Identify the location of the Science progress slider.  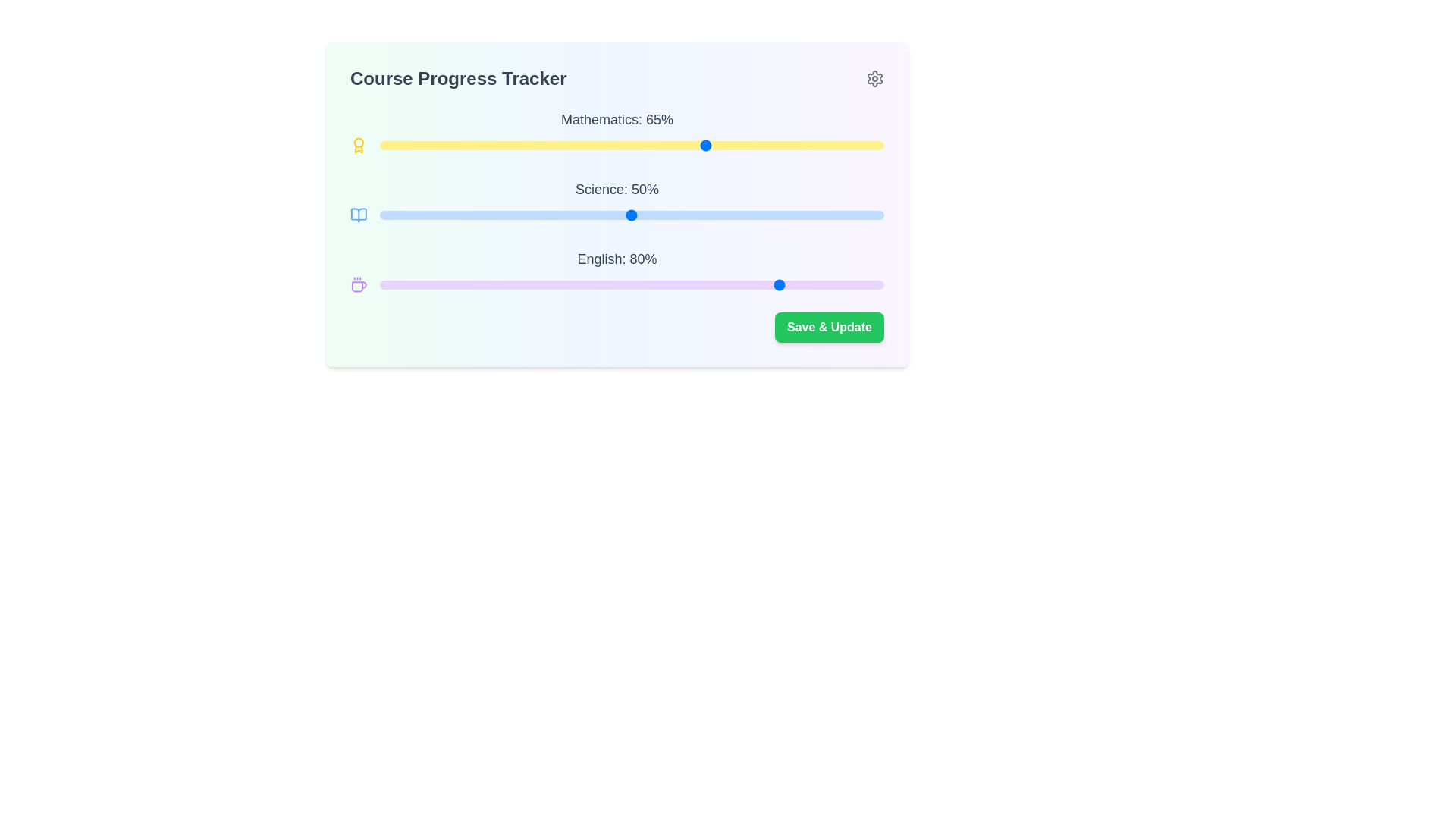
(495, 215).